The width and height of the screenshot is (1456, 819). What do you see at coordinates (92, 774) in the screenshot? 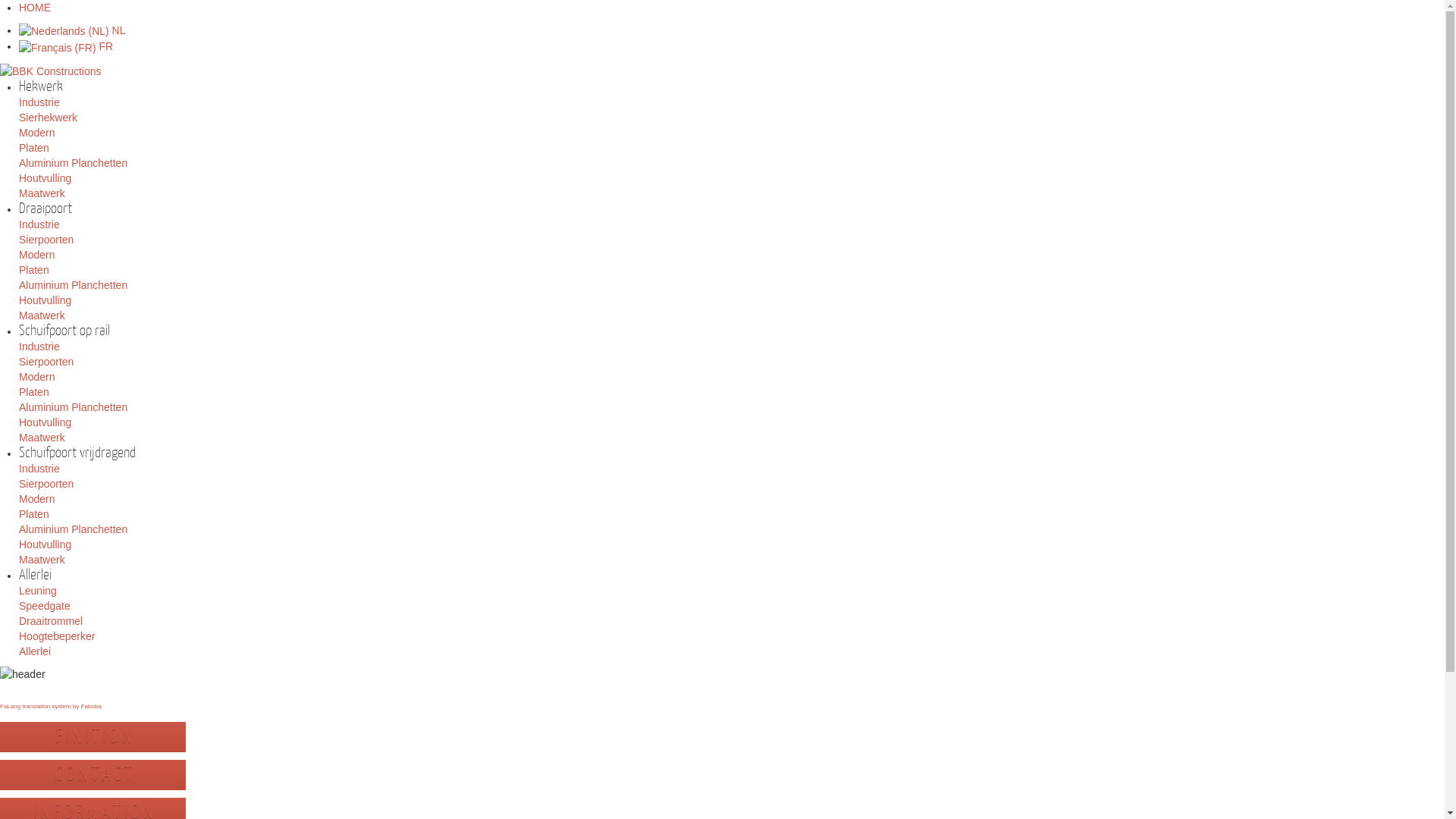
I see `'C O N T A C T'` at bounding box center [92, 774].